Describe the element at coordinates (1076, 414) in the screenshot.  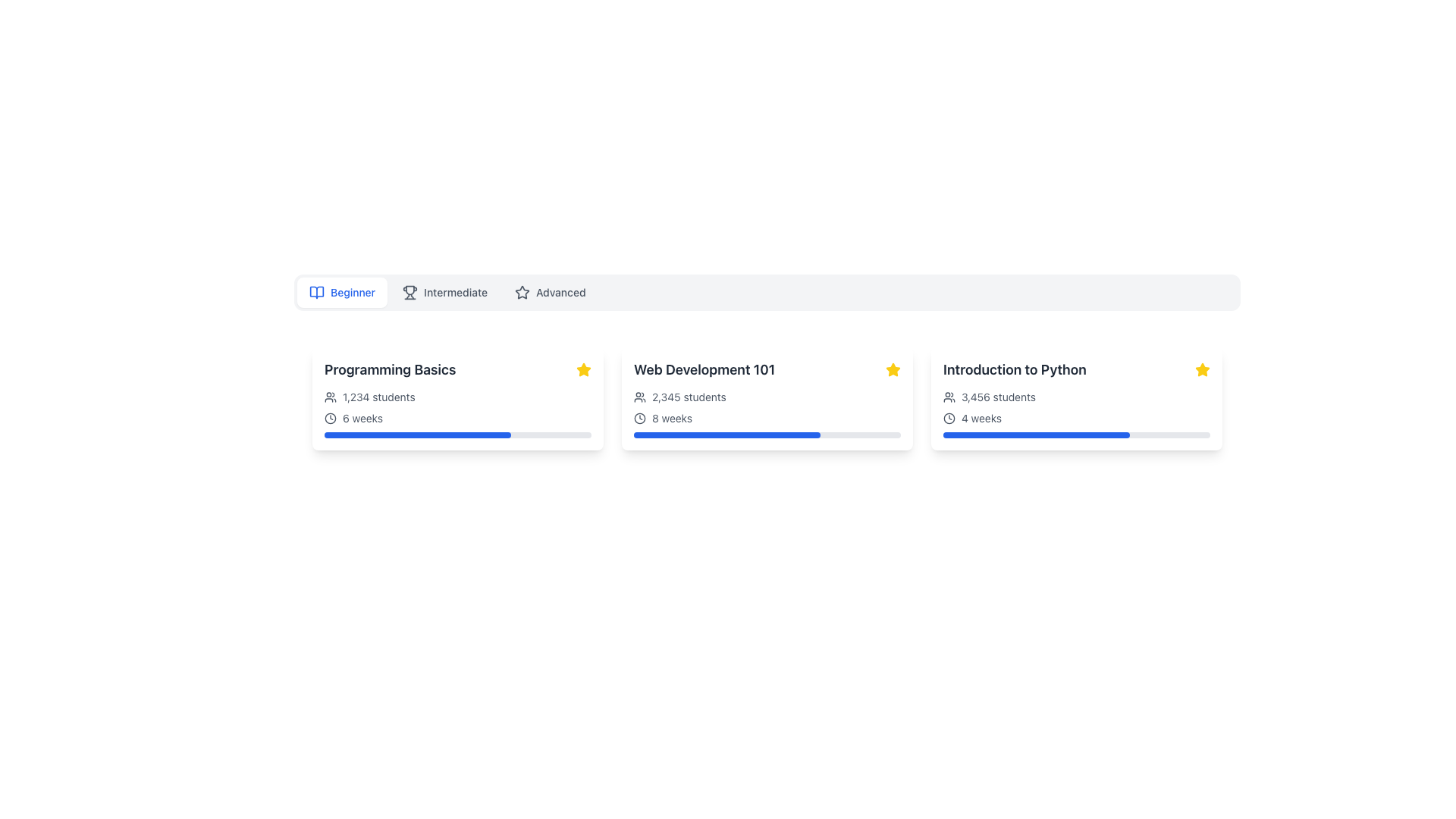
I see `the informational display component that shows '3,456 students' and '4 weeks', positioned below the course title 'Introduction to Python' and above the blue progress bar` at that location.